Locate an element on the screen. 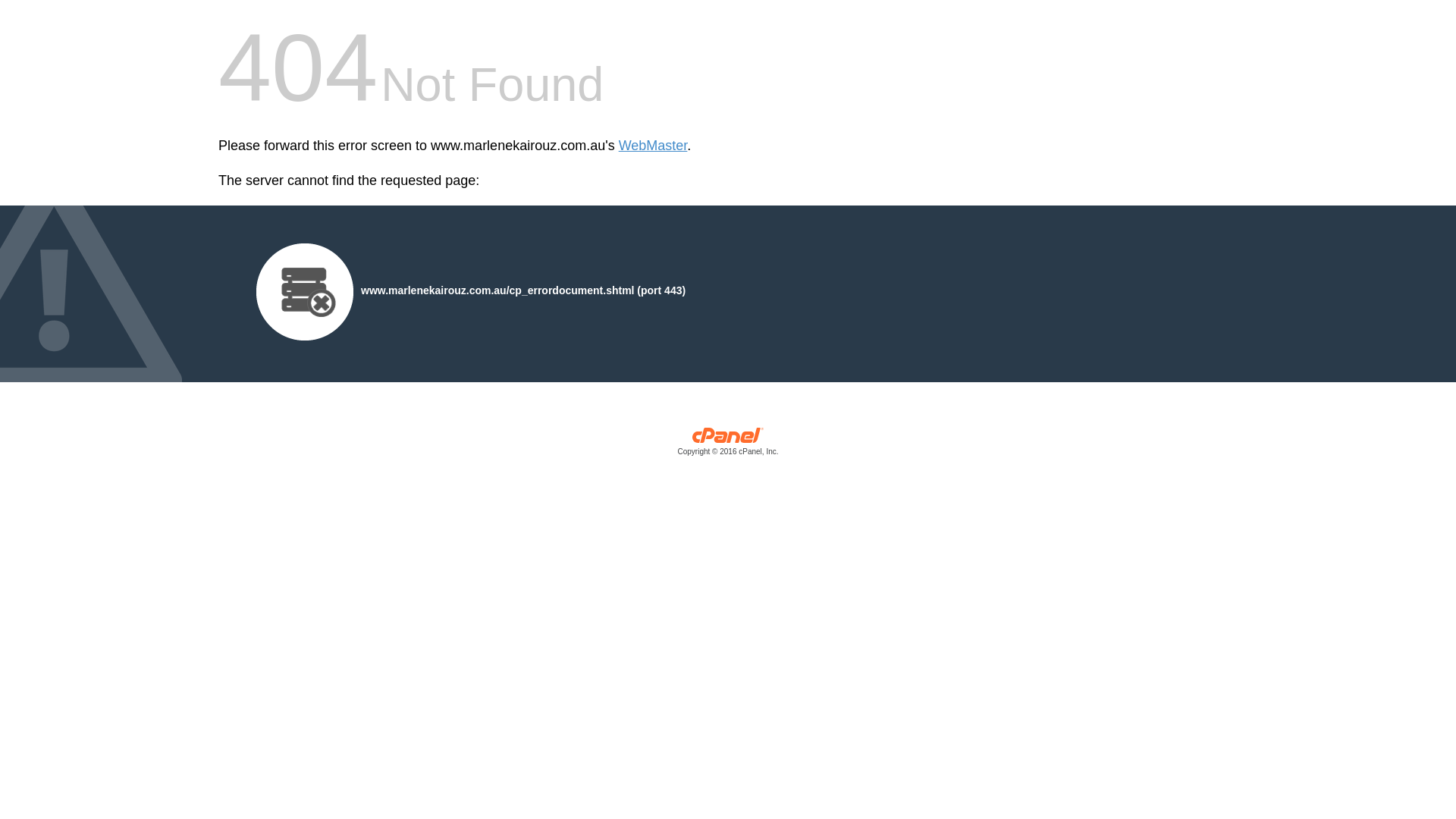  'WebMaster' is located at coordinates (653, 146).